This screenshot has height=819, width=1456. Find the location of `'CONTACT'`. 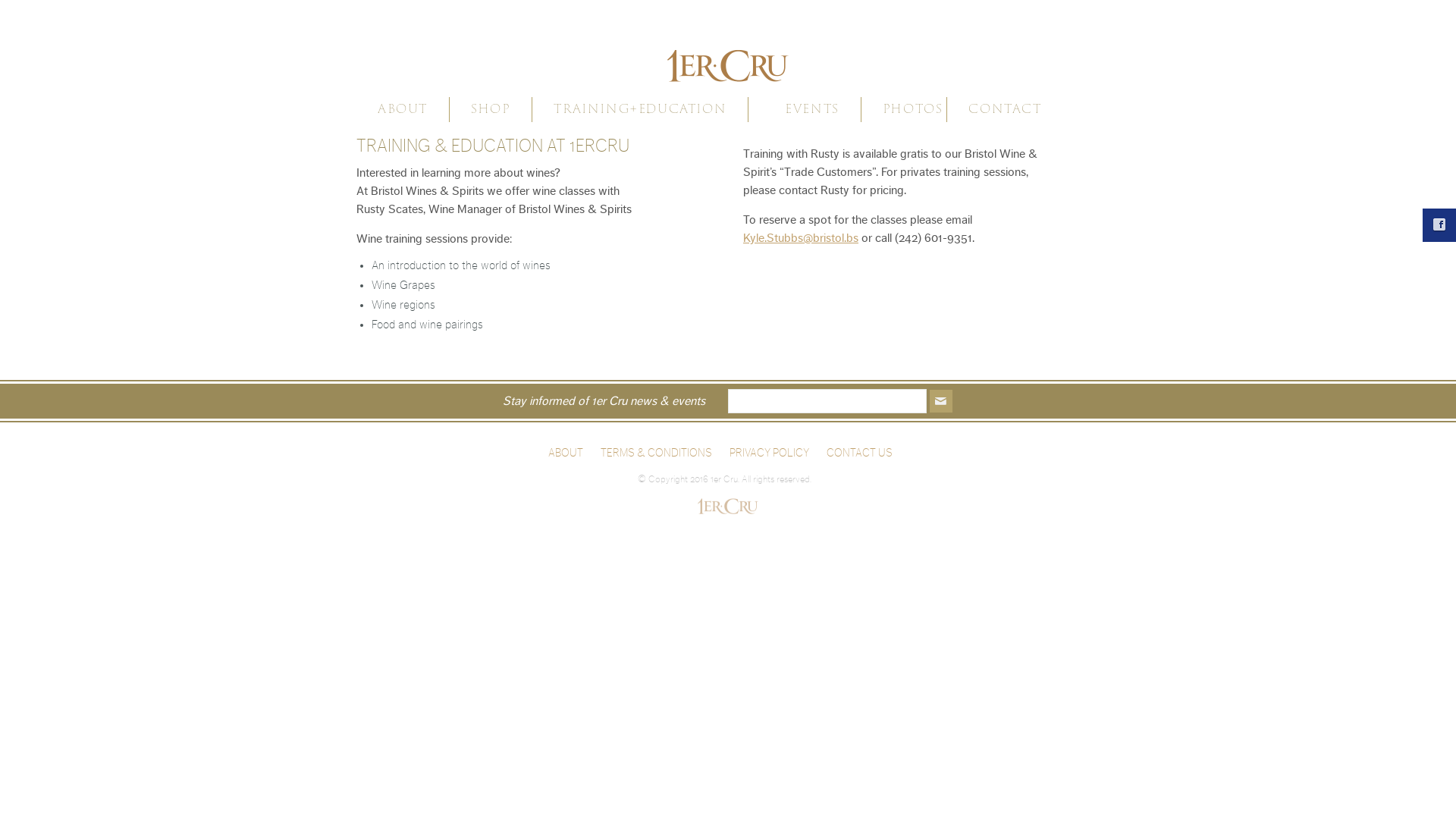

'CONTACT' is located at coordinates (964, 108).